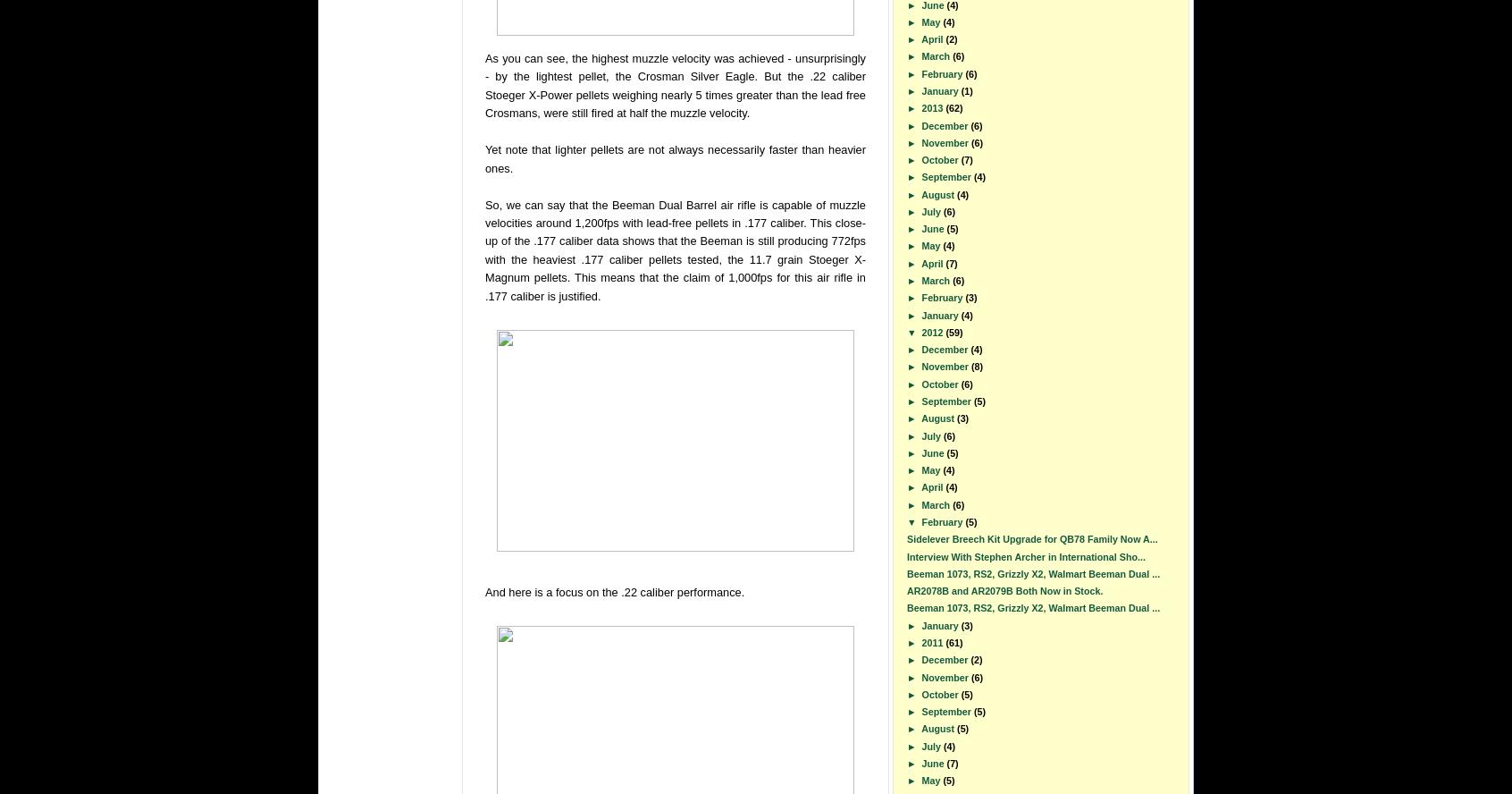  What do you see at coordinates (960, 89) in the screenshot?
I see `'(1)'` at bounding box center [960, 89].